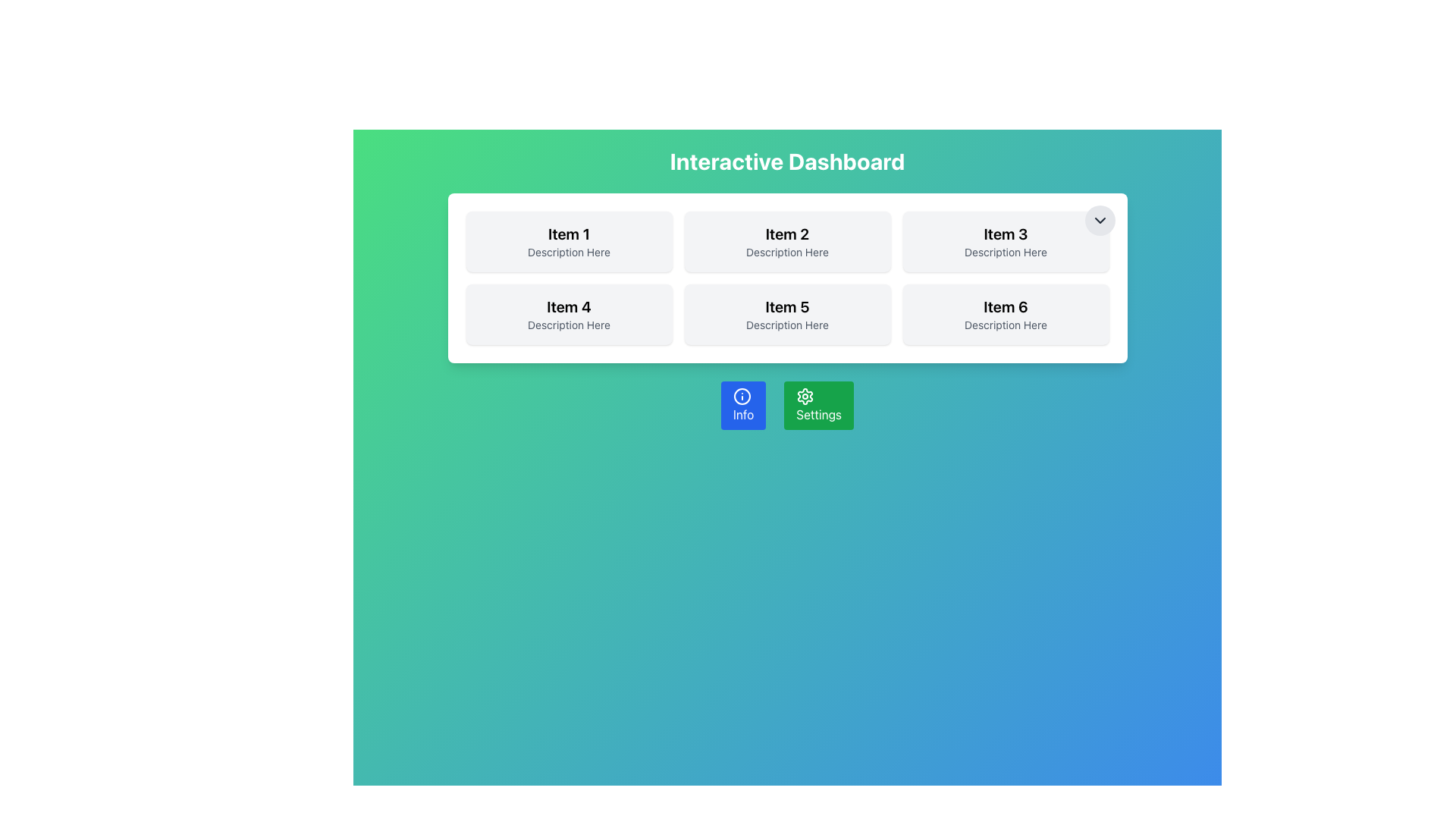  I want to click on the text label displaying 'Description Here', located below the 'Item 4' title in the second row, first column of a 2x3 grid layout, so click(568, 324).